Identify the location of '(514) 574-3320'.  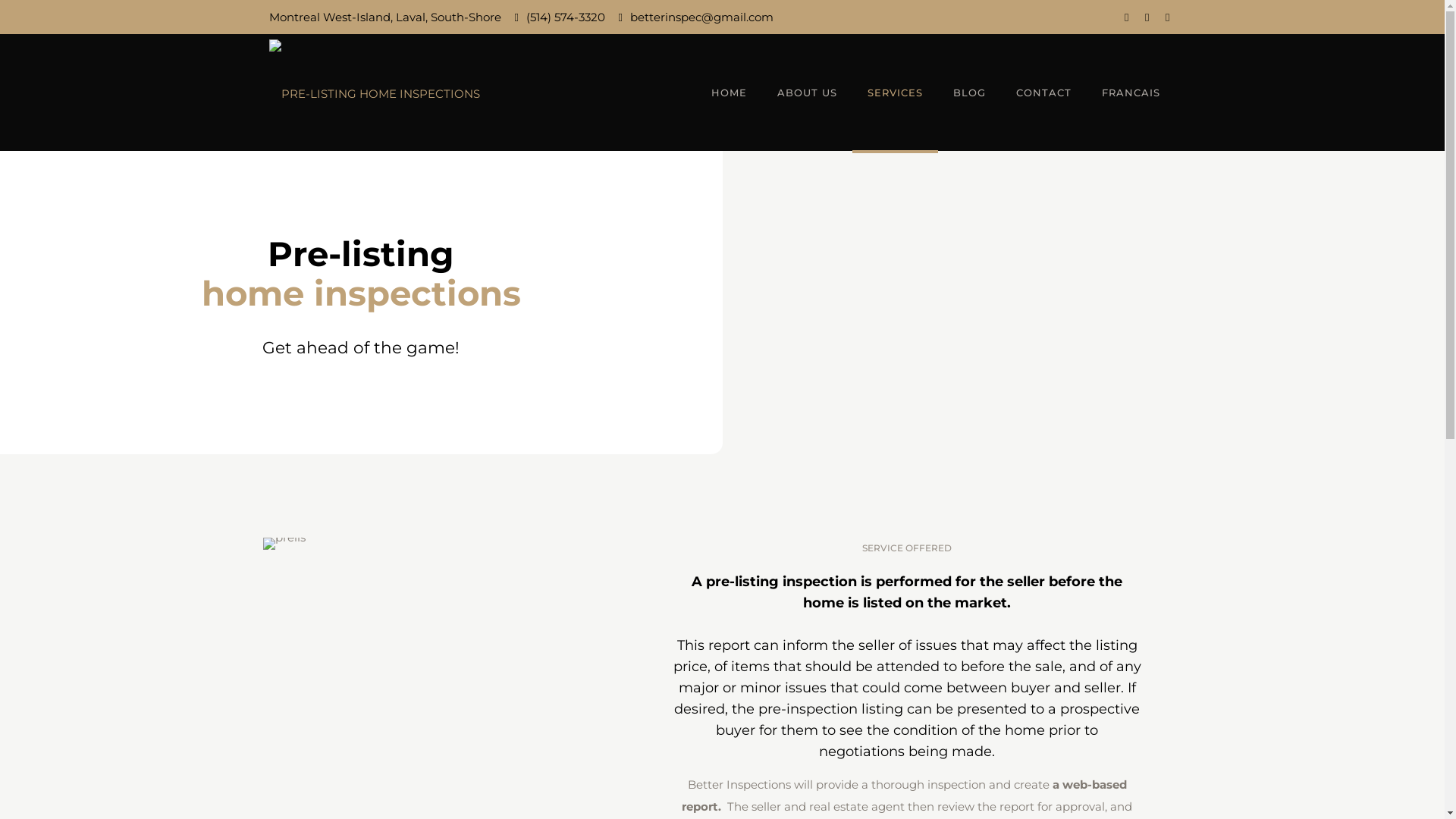
(526, 17).